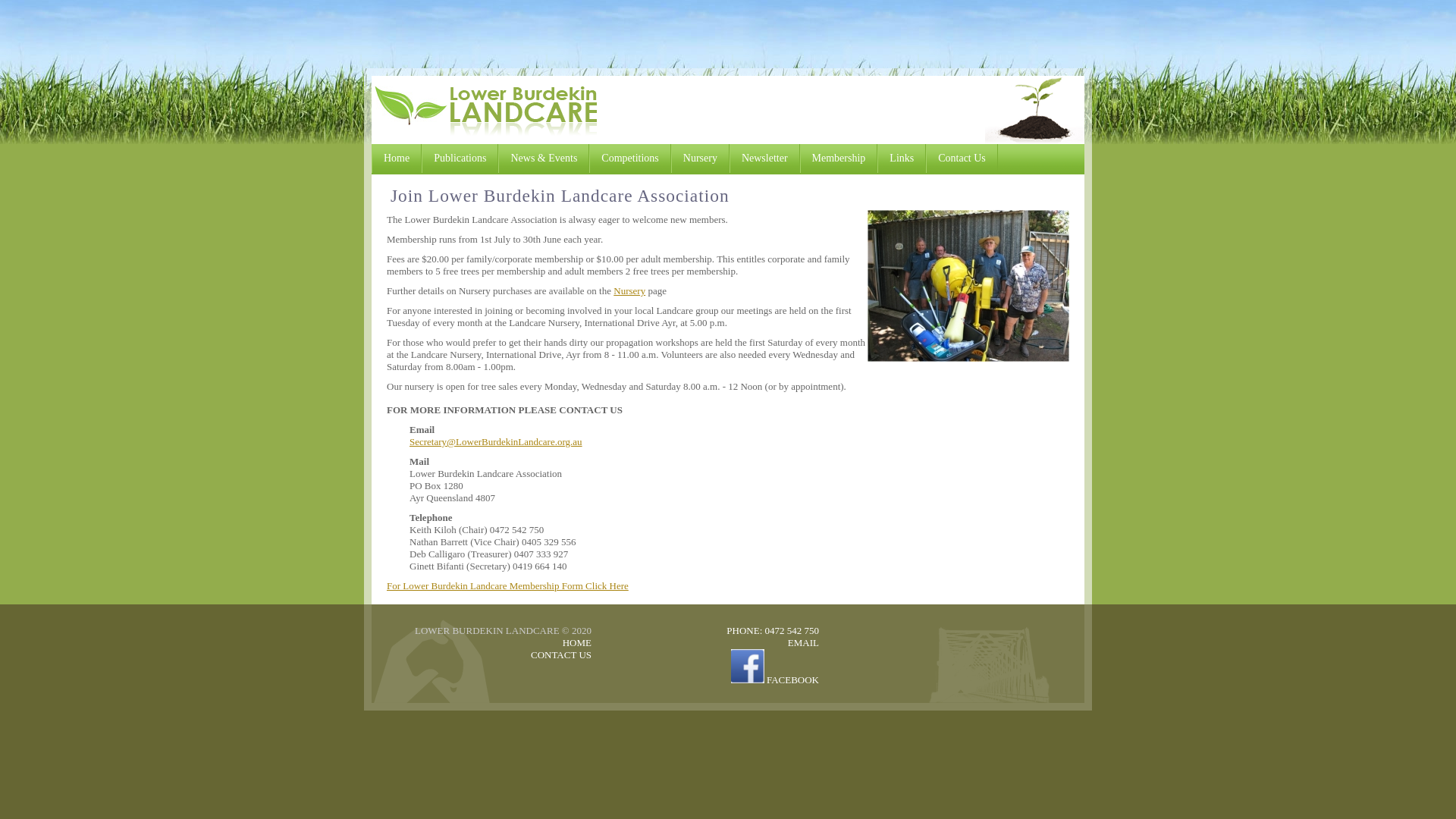  What do you see at coordinates (560, 654) in the screenshot?
I see `'CONTACT US'` at bounding box center [560, 654].